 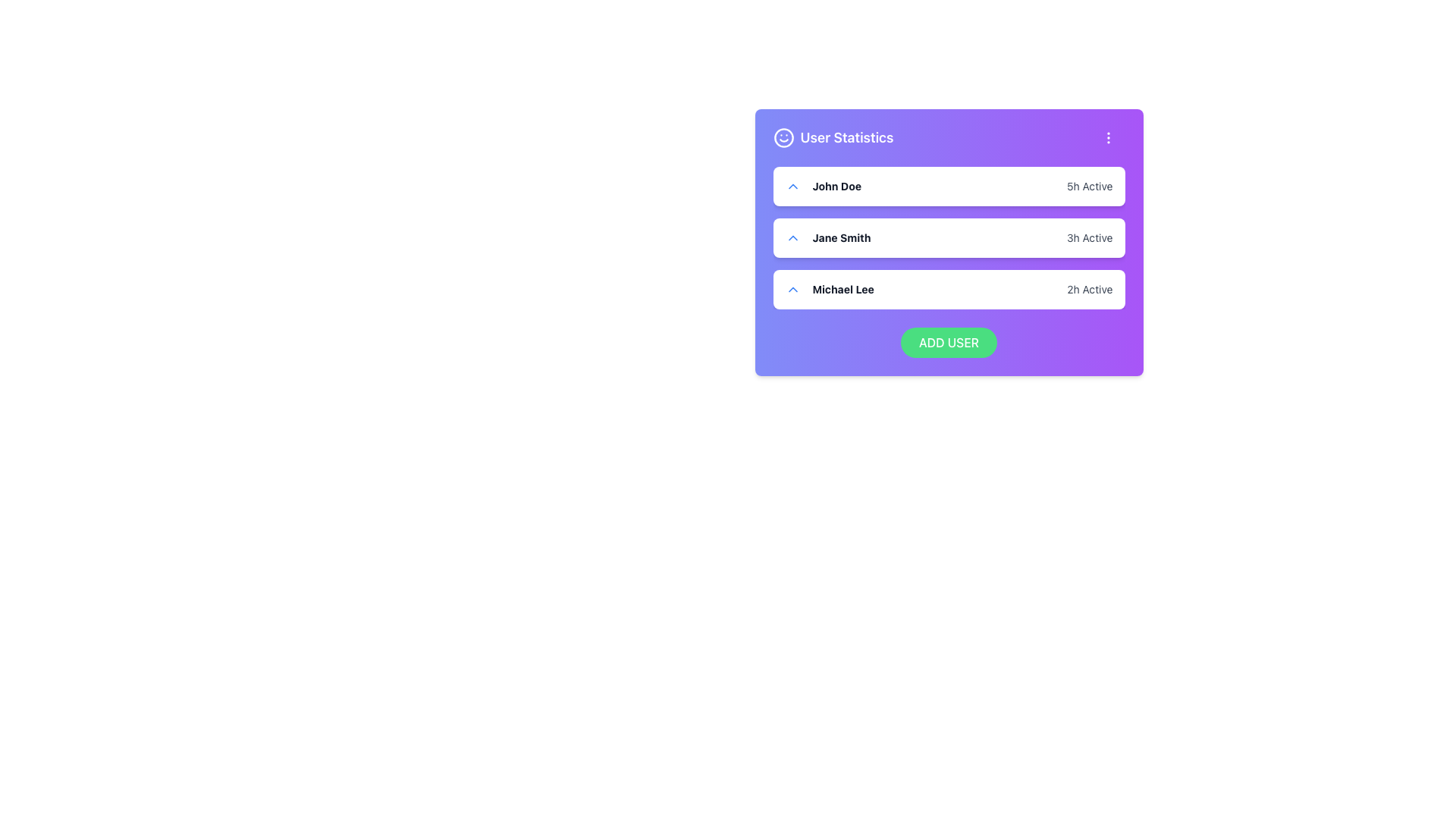 What do you see at coordinates (792, 237) in the screenshot?
I see `the blue chevron-up icon located in the 'Jane Smith' section of the list` at bounding box center [792, 237].